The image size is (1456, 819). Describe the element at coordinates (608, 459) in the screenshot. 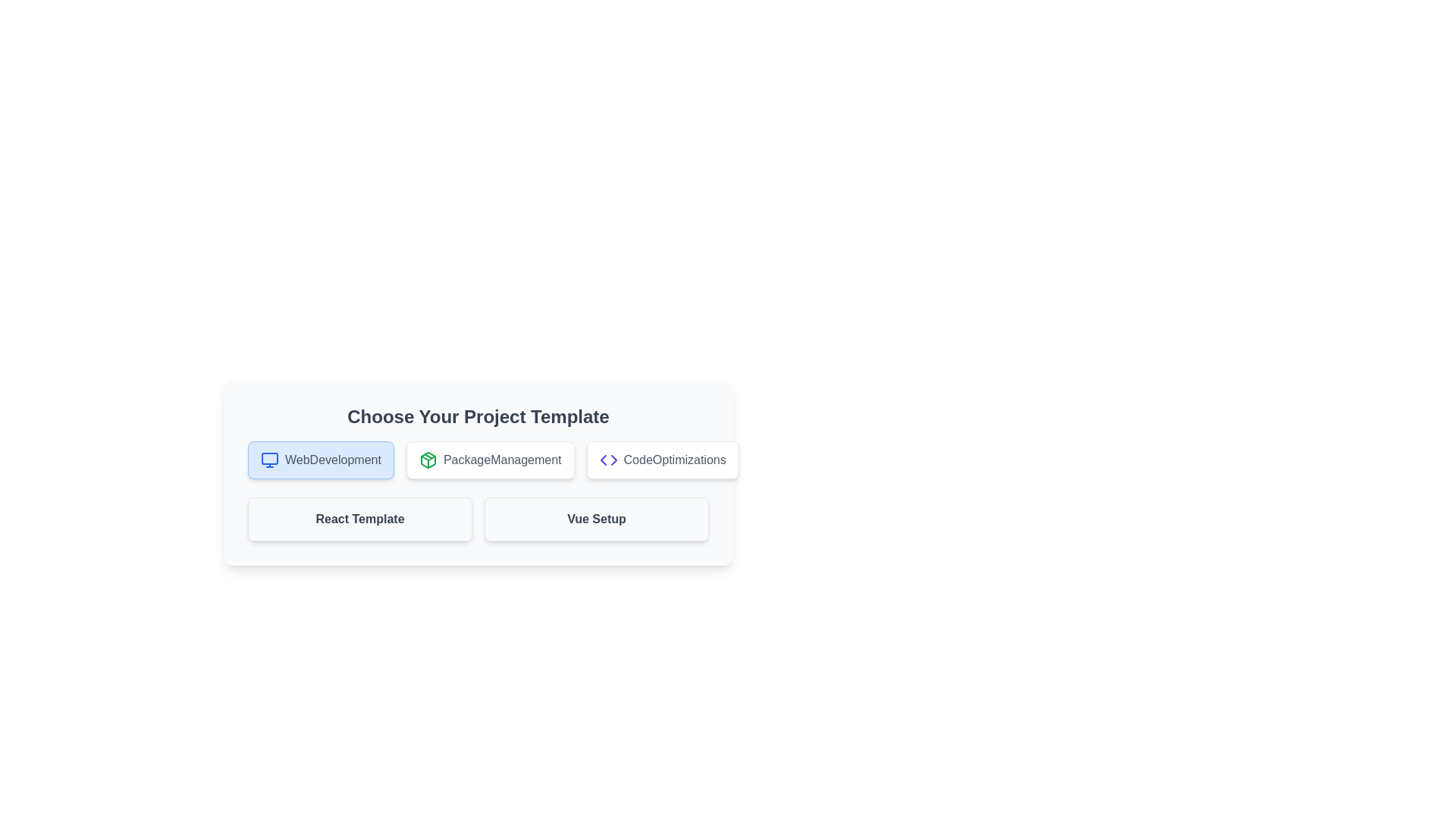

I see `the indigo coding icon composed of two triangular brackets located on the left side of the 'CodeOptimizations' button in the top-center part of the interface` at that location.